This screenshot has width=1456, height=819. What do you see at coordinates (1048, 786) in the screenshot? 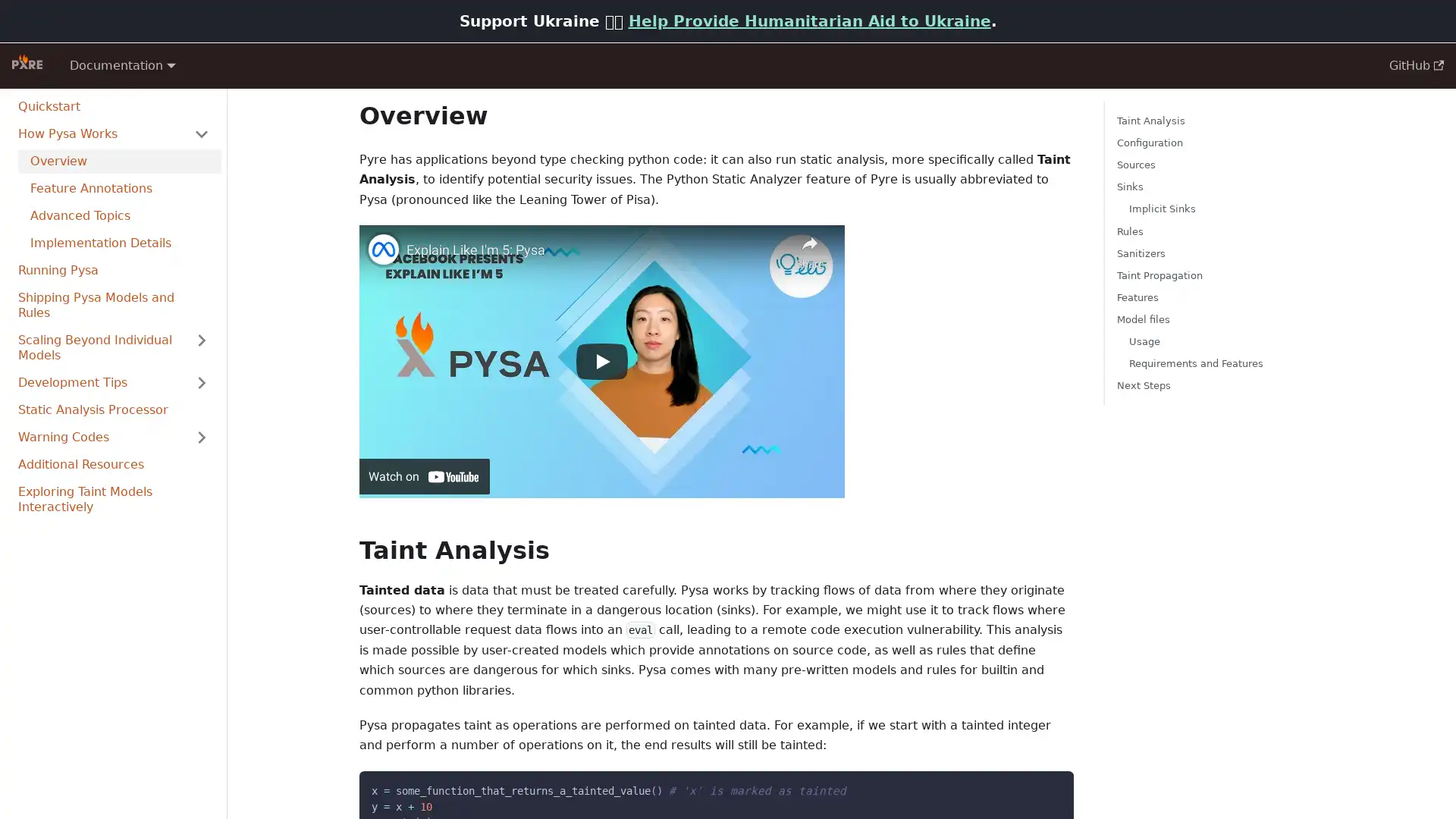
I see `Copy code to clipboard` at bounding box center [1048, 786].